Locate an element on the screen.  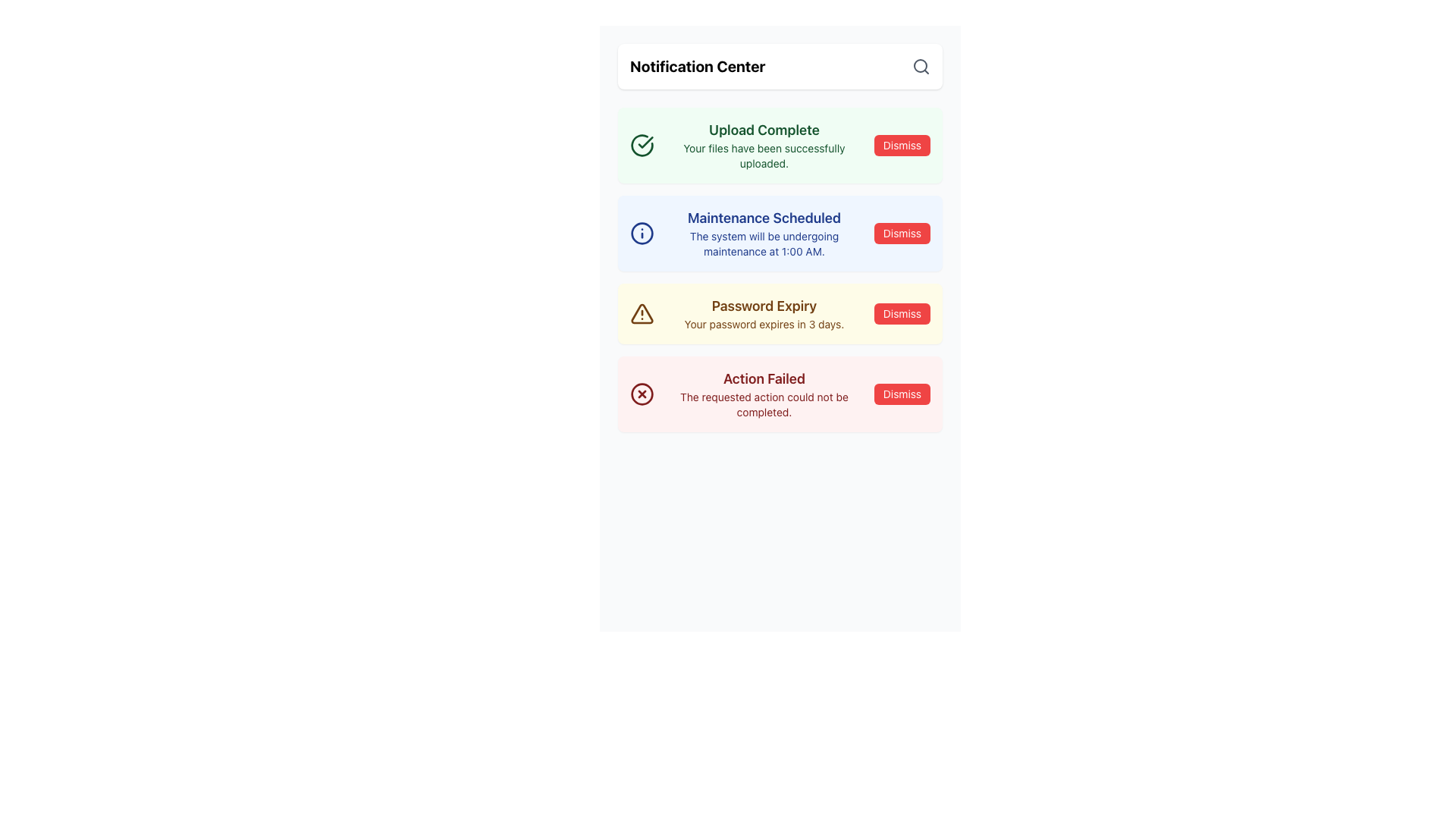
the error status icon that visually indicates an error or failure, positioned inside the notification box aligned with the 'Action Failed' text and the Dismiss button is located at coordinates (642, 394).